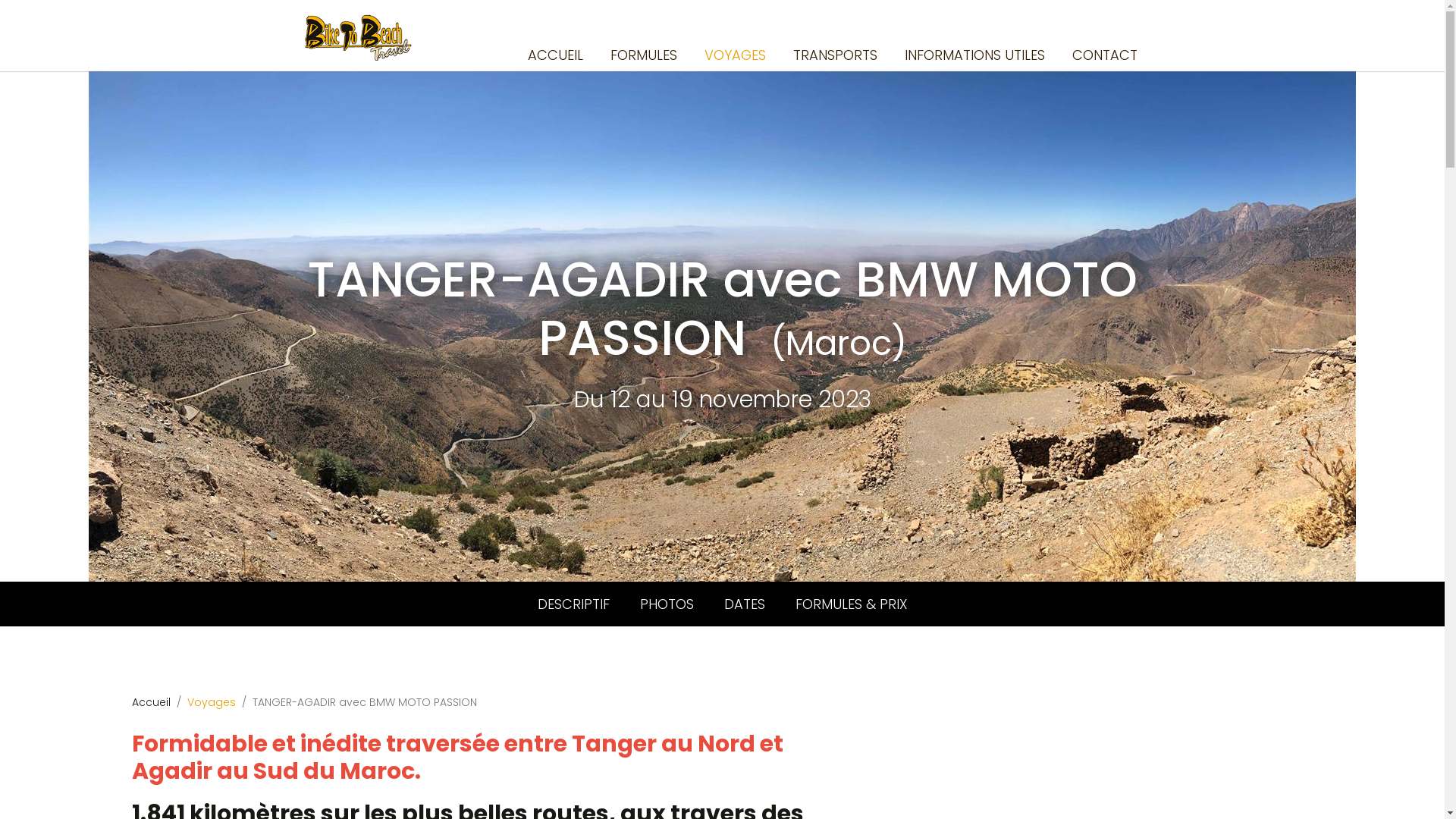 Image resolution: width=1456 pixels, height=819 pixels. Describe the element at coordinates (572, 603) in the screenshot. I see `'DESCRIPTIF'` at that location.